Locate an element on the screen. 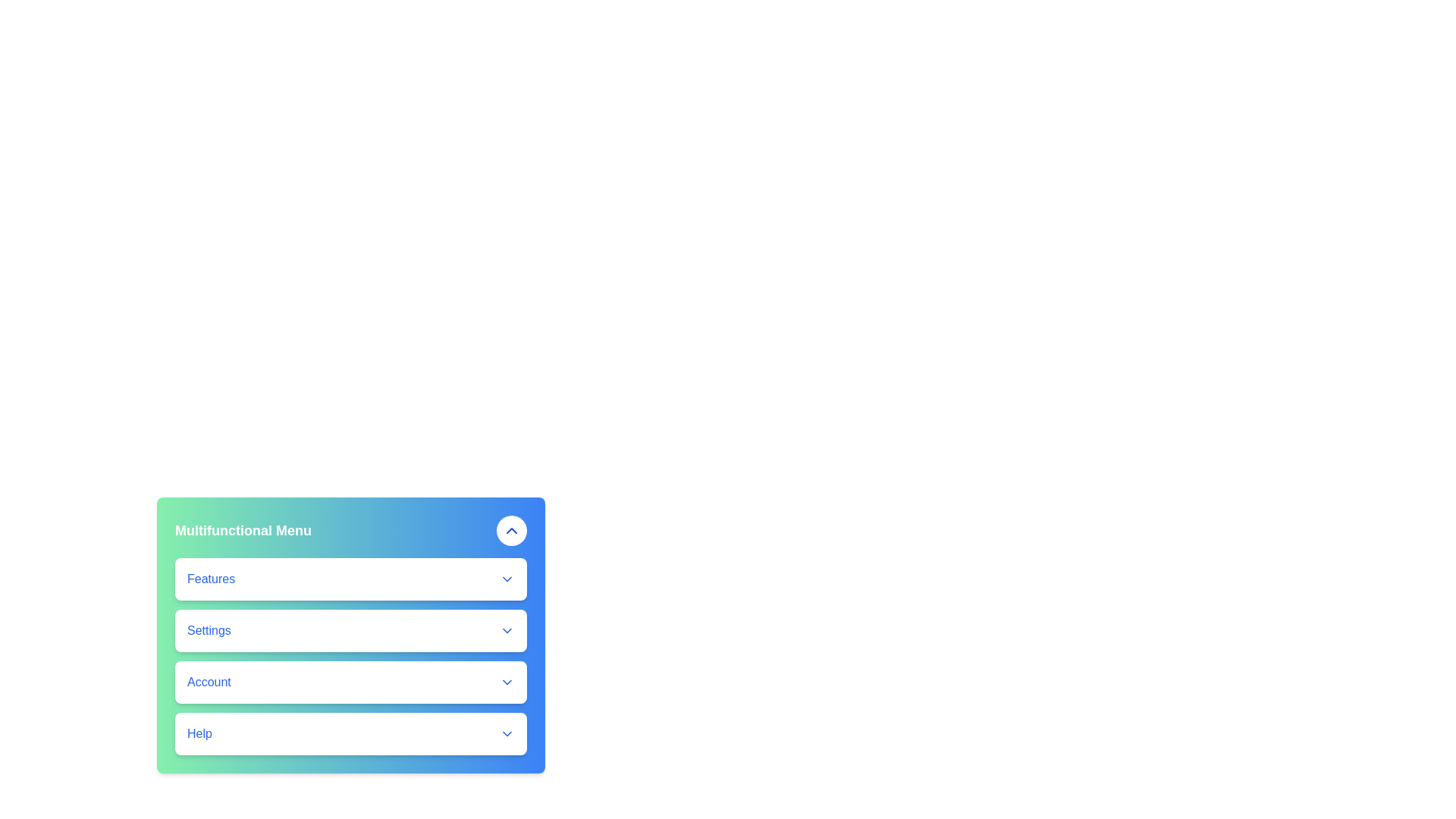  the upward chevron icon located in the top-right corner of the Multifunctional Menu is located at coordinates (512, 529).